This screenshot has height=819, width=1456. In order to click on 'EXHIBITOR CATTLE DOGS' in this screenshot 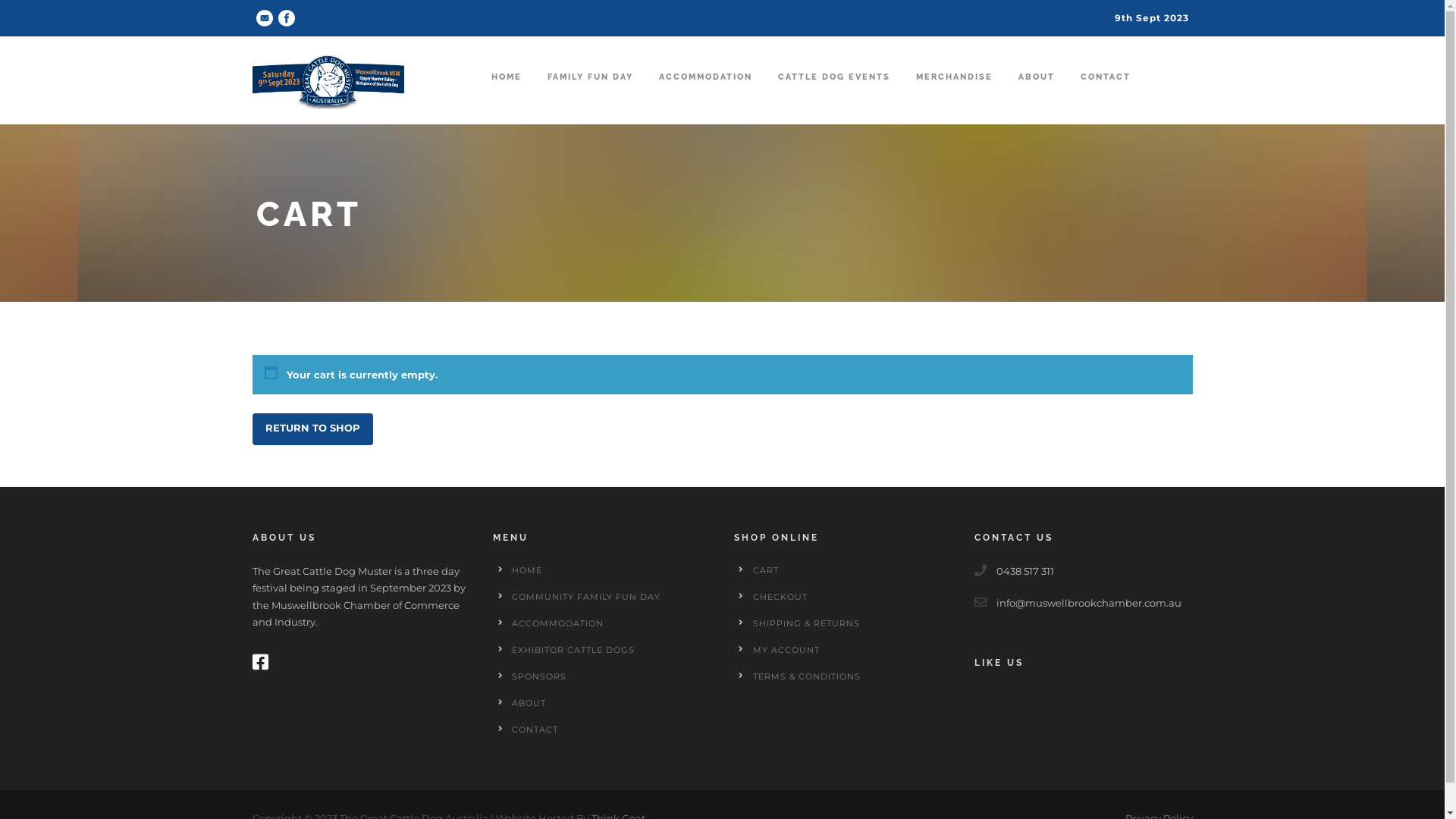, I will do `click(572, 648)`.